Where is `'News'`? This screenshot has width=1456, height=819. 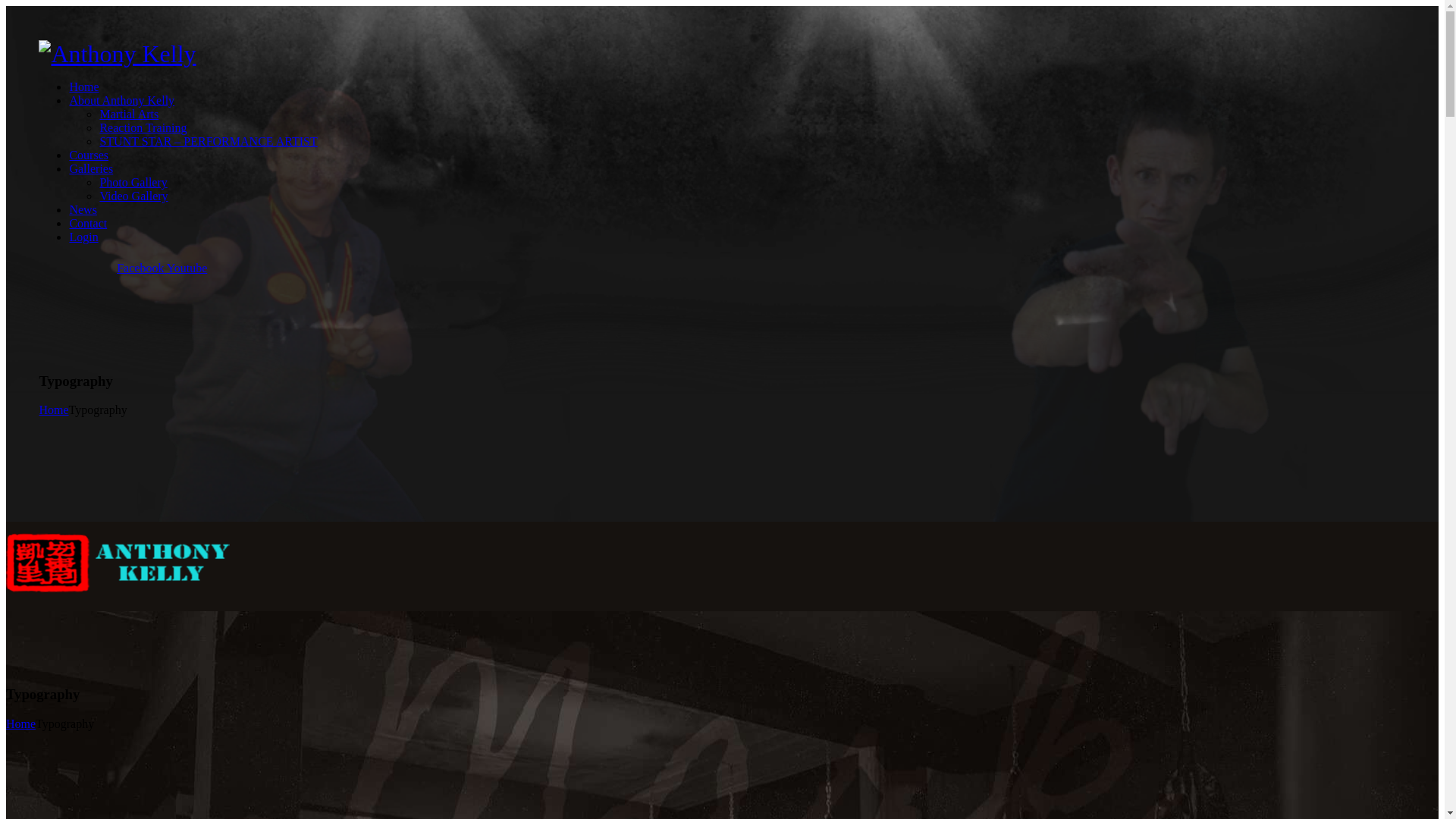
'News' is located at coordinates (82, 209).